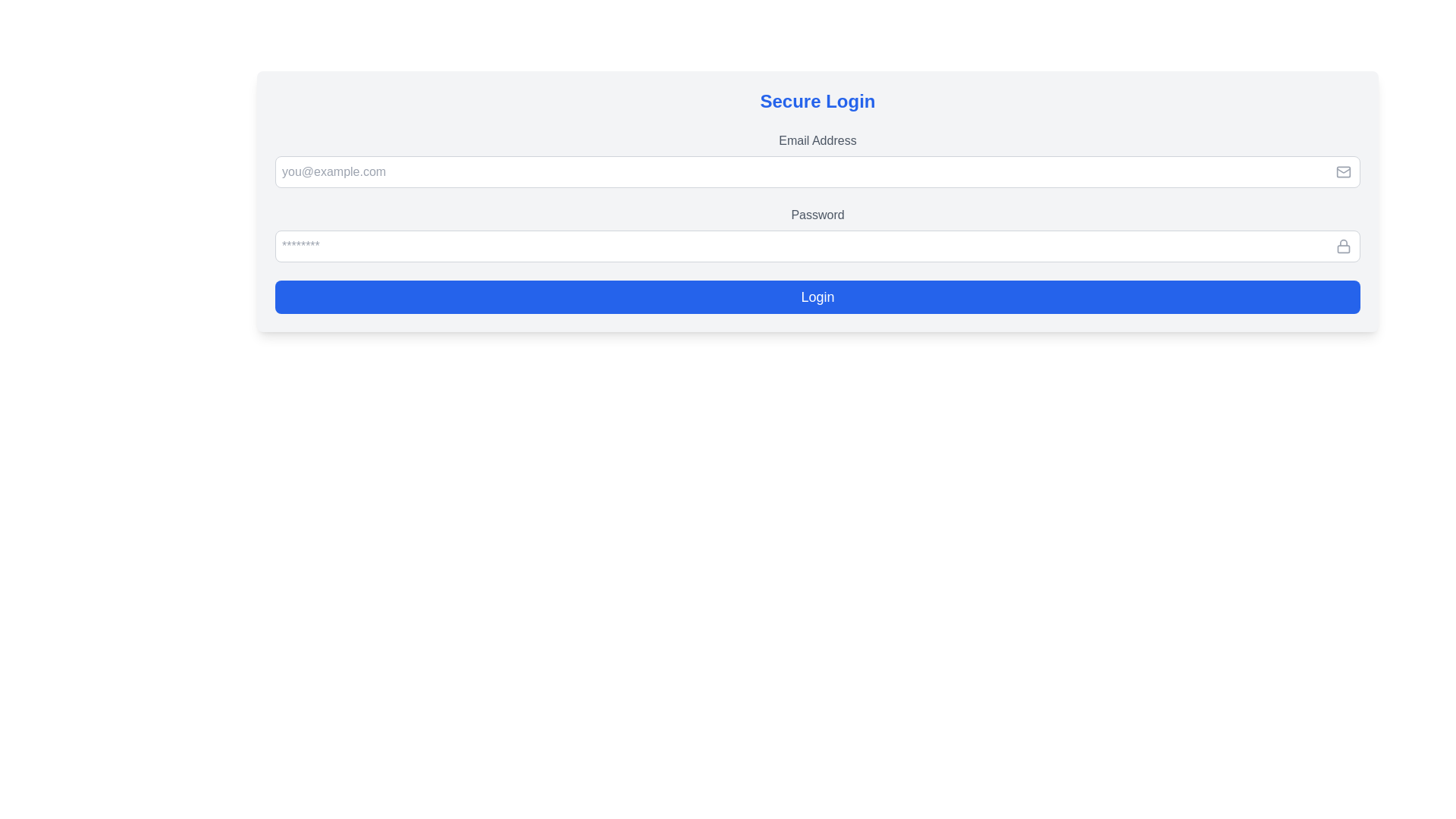 The width and height of the screenshot is (1456, 819). What do you see at coordinates (817, 215) in the screenshot?
I see `the 'Password' label, which is styled in gray font and positioned above the password input field` at bounding box center [817, 215].